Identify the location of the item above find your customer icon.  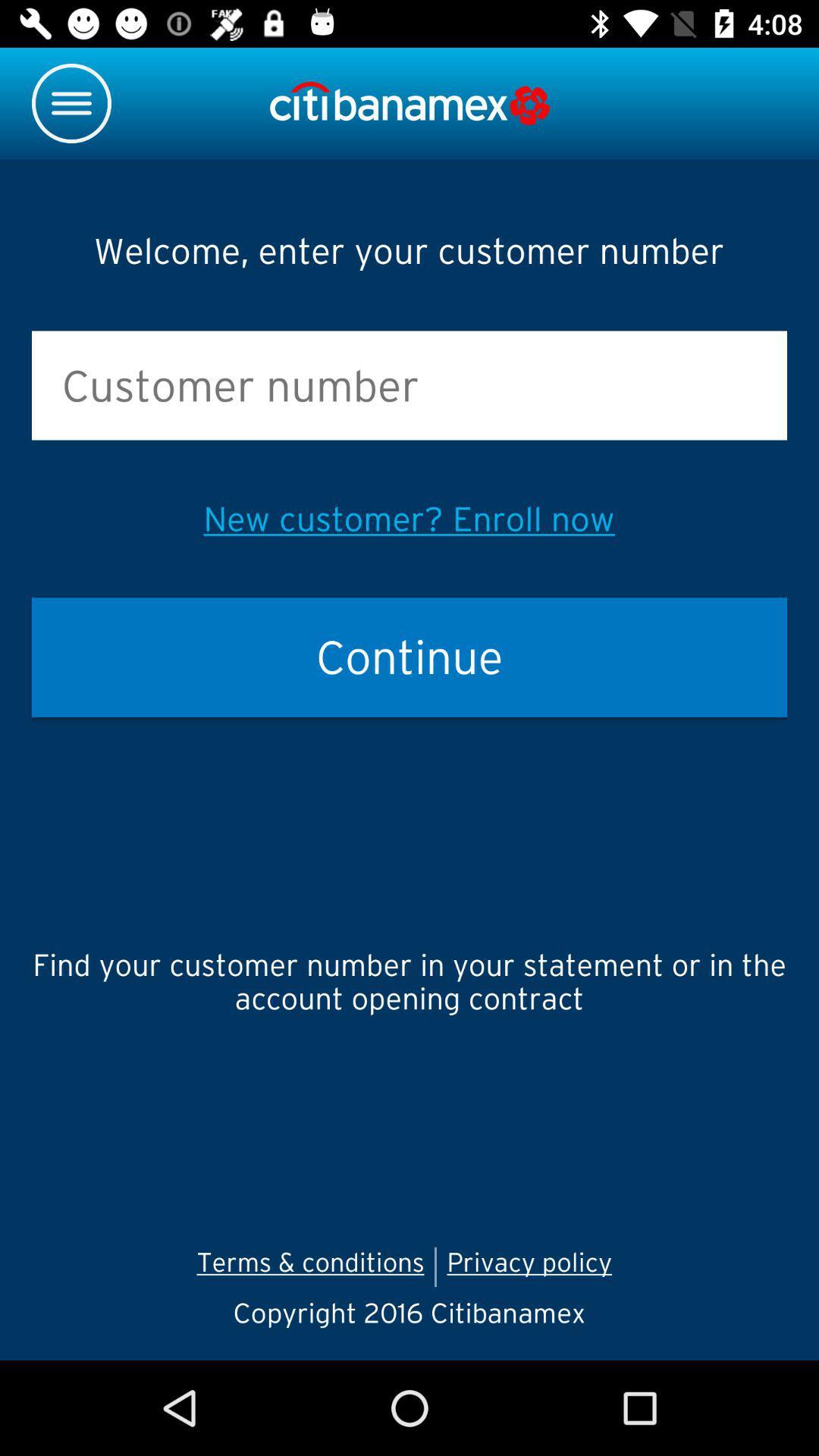
(409, 657).